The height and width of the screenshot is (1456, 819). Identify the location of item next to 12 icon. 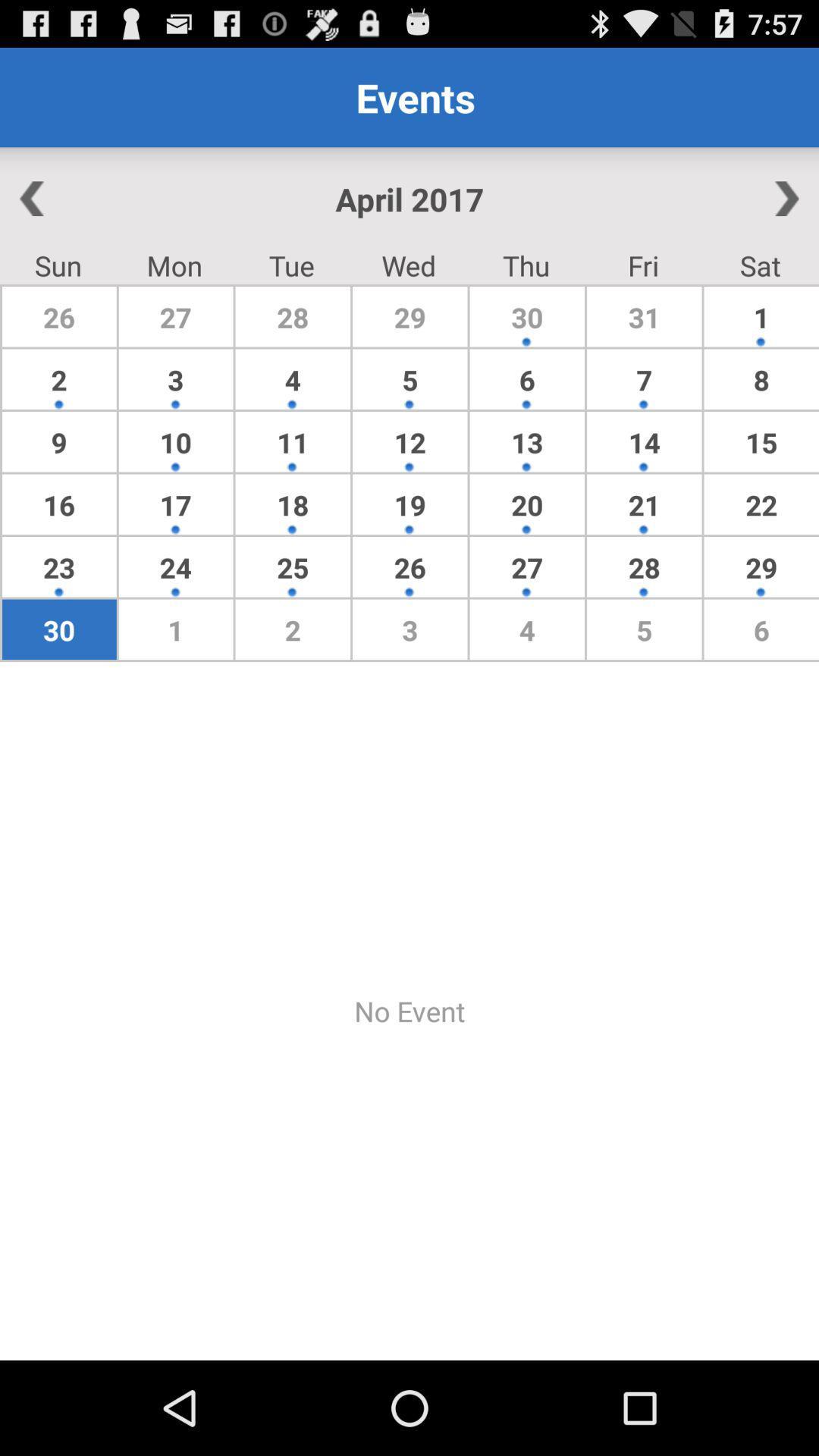
(293, 504).